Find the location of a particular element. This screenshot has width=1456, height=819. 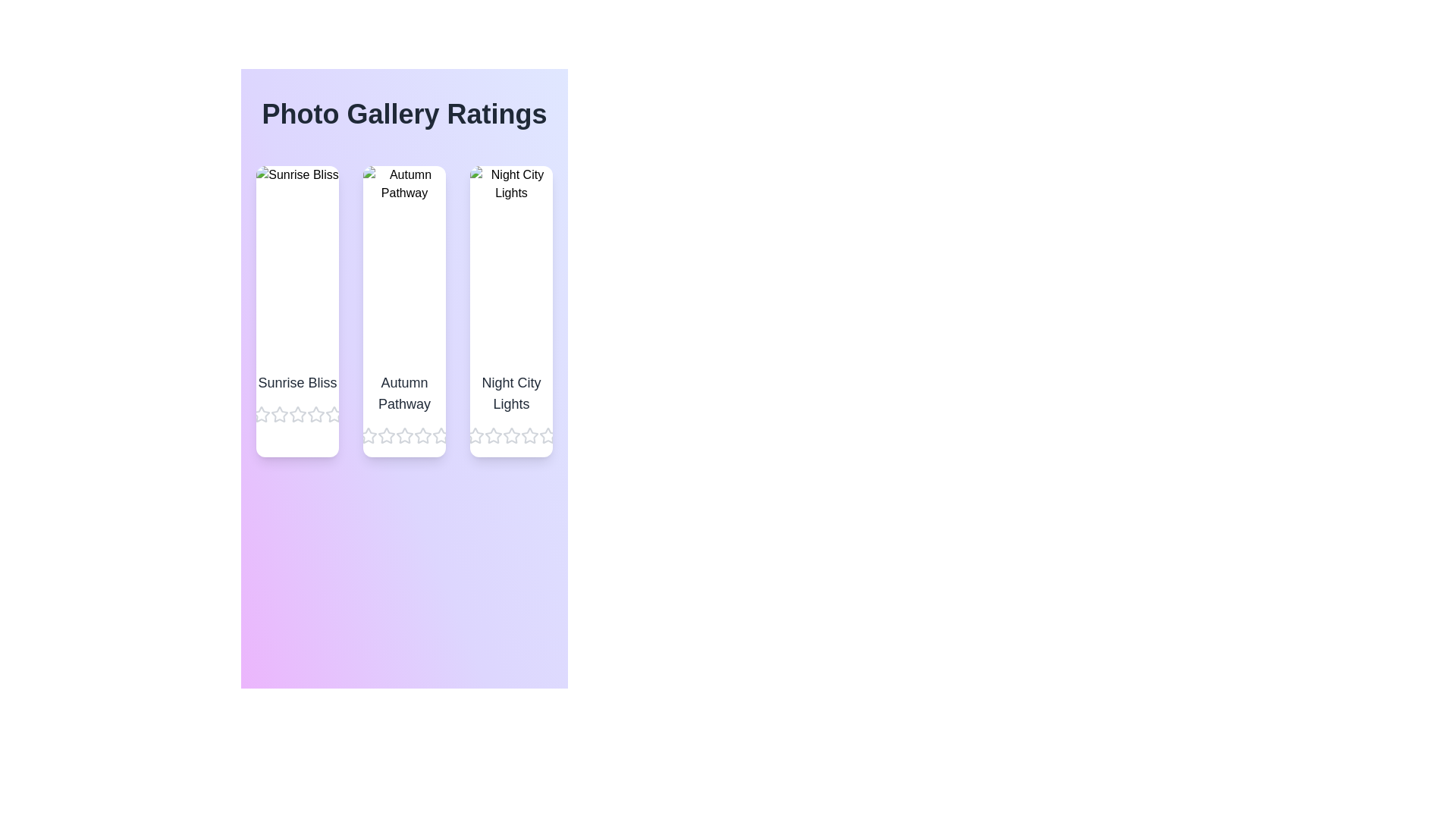

the star corresponding to 3 stars for the image titled Autumn Pathway is located at coordinates (404, 435).